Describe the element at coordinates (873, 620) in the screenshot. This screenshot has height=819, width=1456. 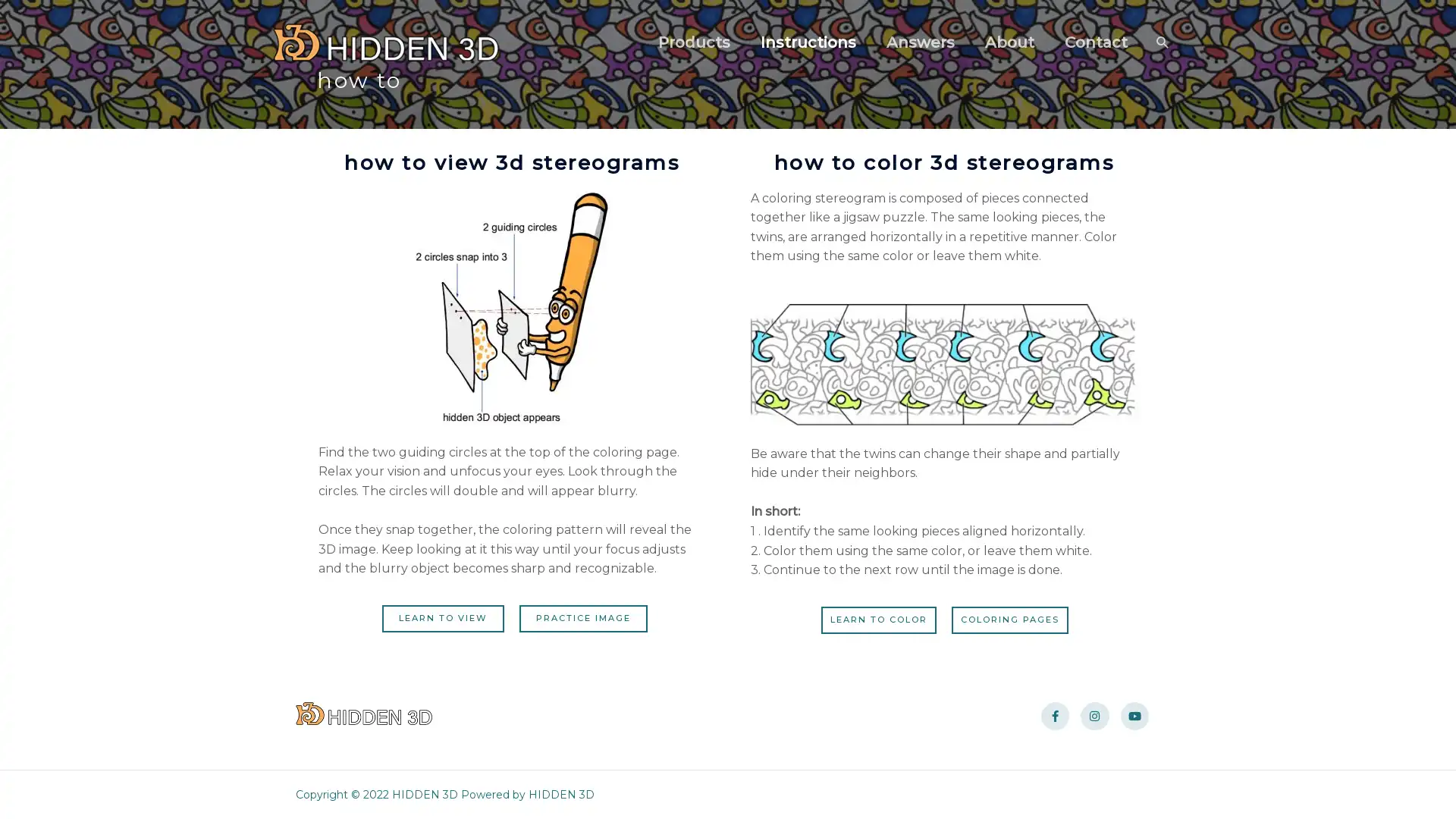
I see `LEARN TO COLOR` at that location.